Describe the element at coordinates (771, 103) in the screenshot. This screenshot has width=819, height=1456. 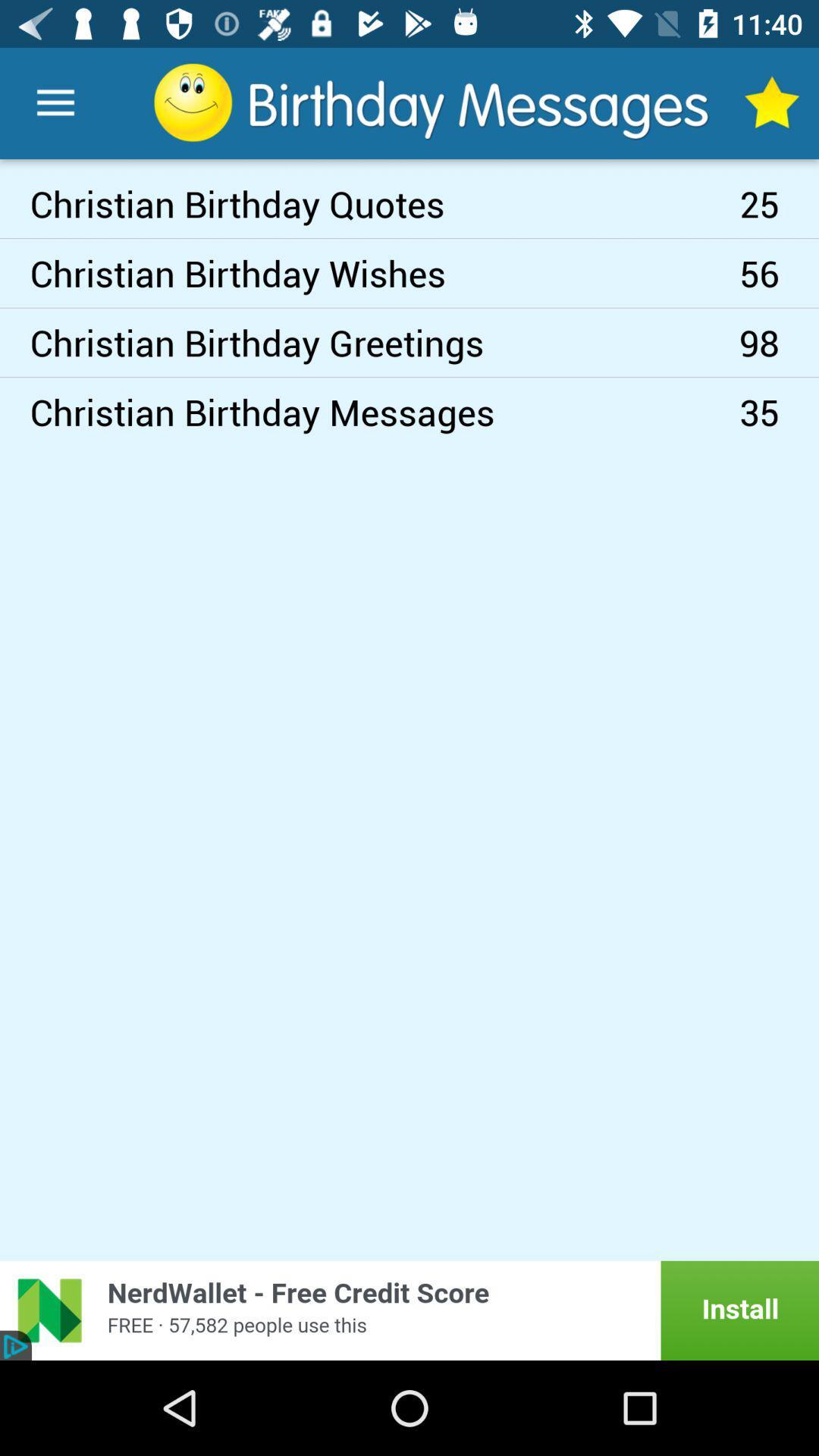
I see `the star icon which is above 25` at that location.